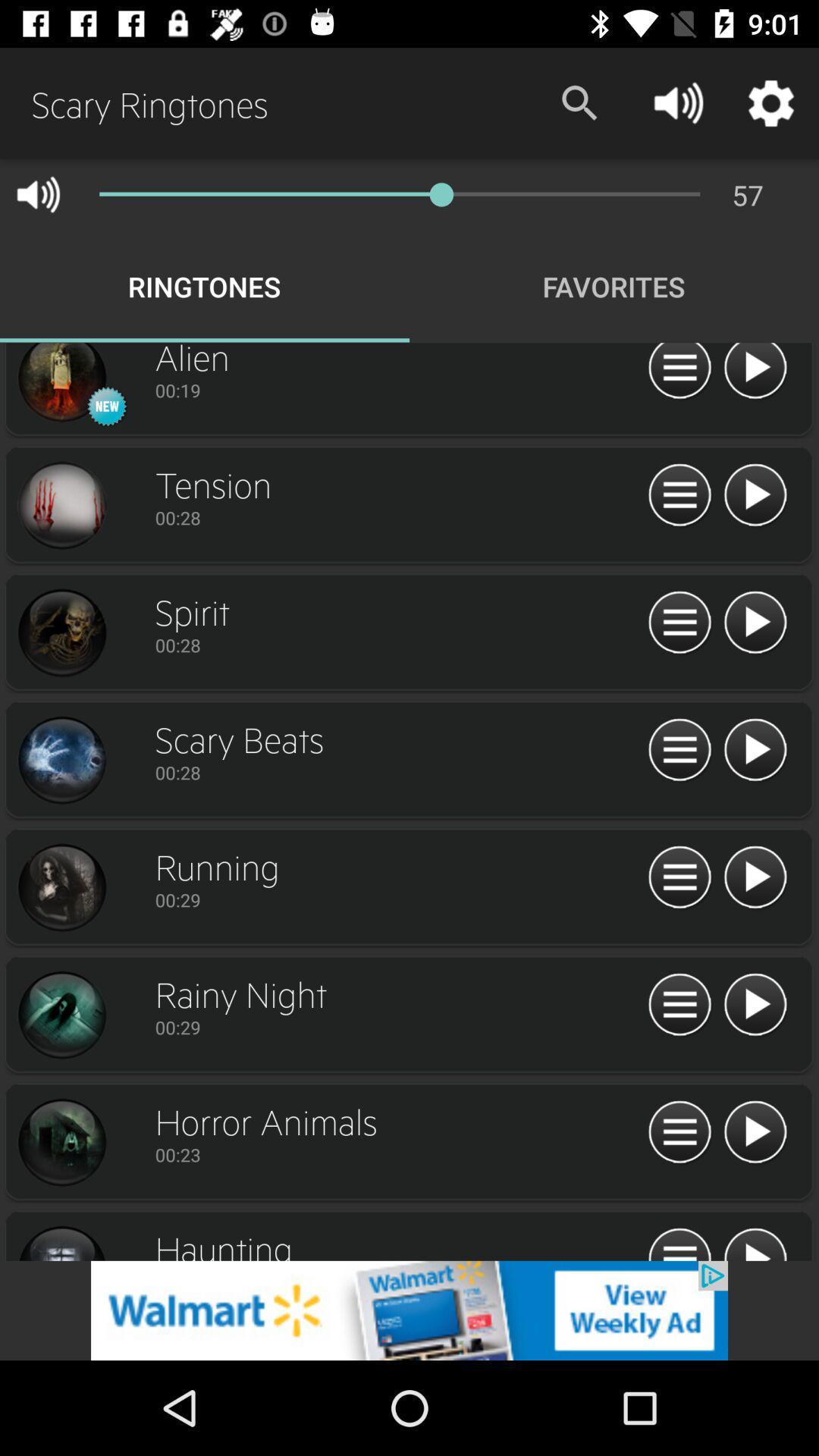  What do you see at coordinates (755, 373) in the screenshot?
I see `plays individual selection` at bounding box center [755, 373].